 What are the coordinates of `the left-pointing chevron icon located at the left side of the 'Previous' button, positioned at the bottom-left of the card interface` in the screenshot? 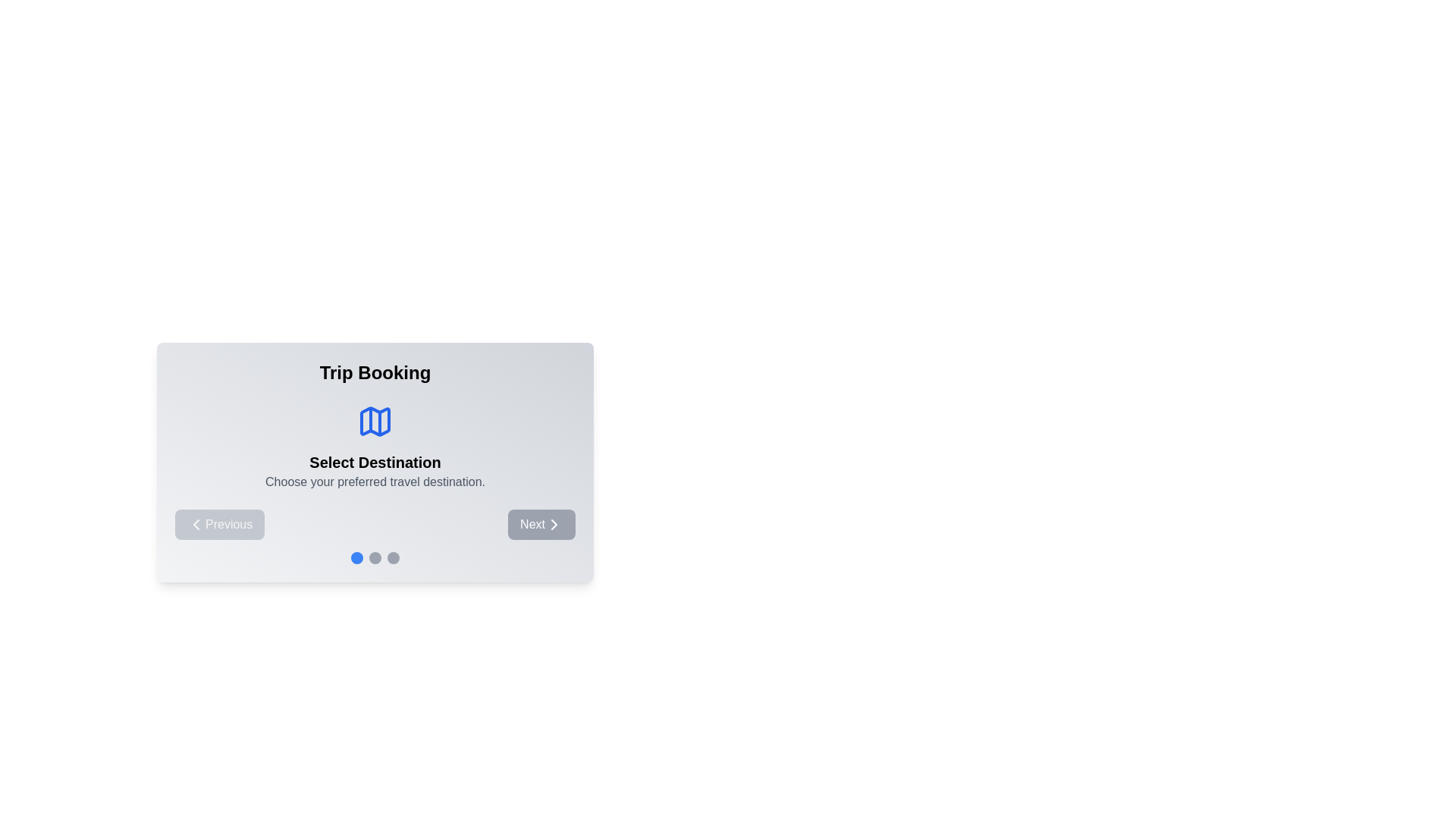 It's located at (196, 523).